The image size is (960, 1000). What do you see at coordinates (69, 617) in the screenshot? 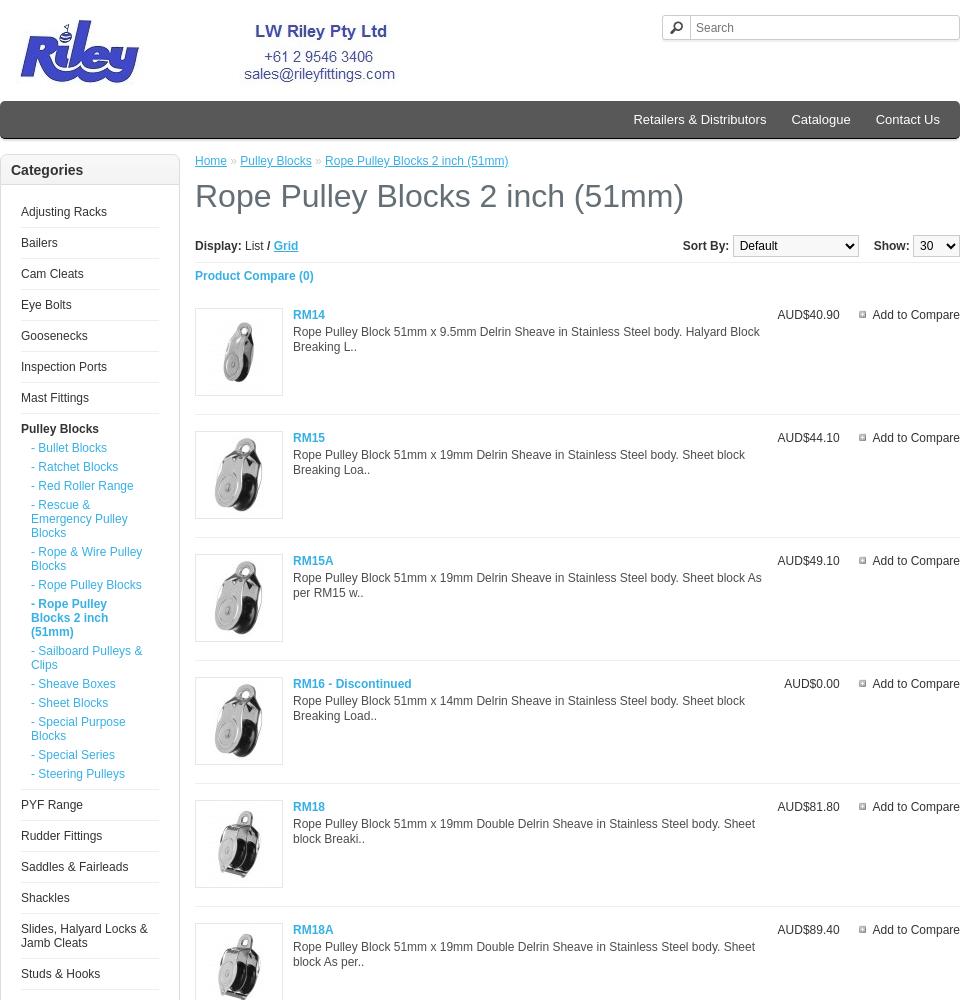
I see `'- Rope Pulley Blocks 2 inch (51mm)'` at bounding box center [69, 617].